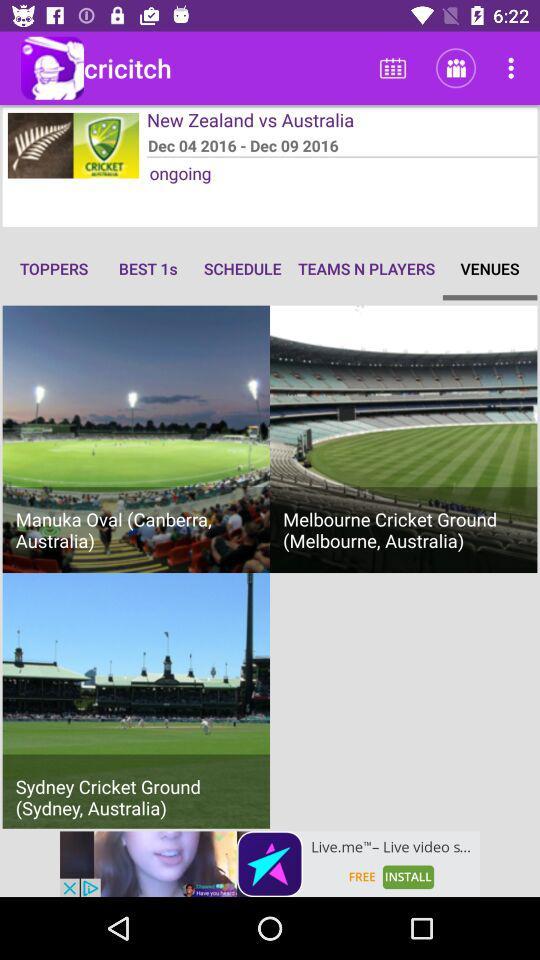  Describe the element at coordinates (270, 863) in the screenshot. I see `click discription` at that location.